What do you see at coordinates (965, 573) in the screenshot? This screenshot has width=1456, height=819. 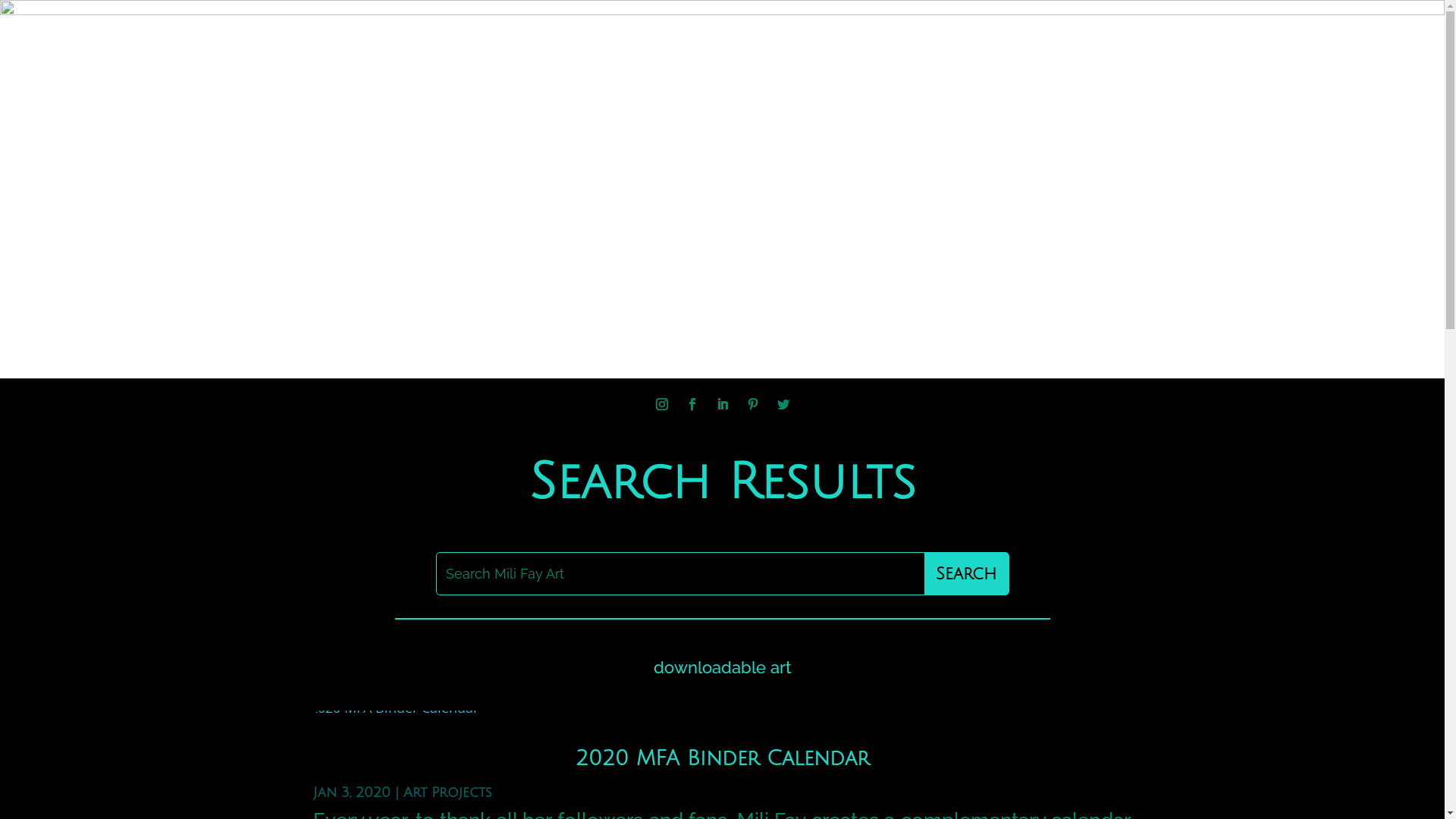 I see `'Search'` at bounding box center [965, 573].